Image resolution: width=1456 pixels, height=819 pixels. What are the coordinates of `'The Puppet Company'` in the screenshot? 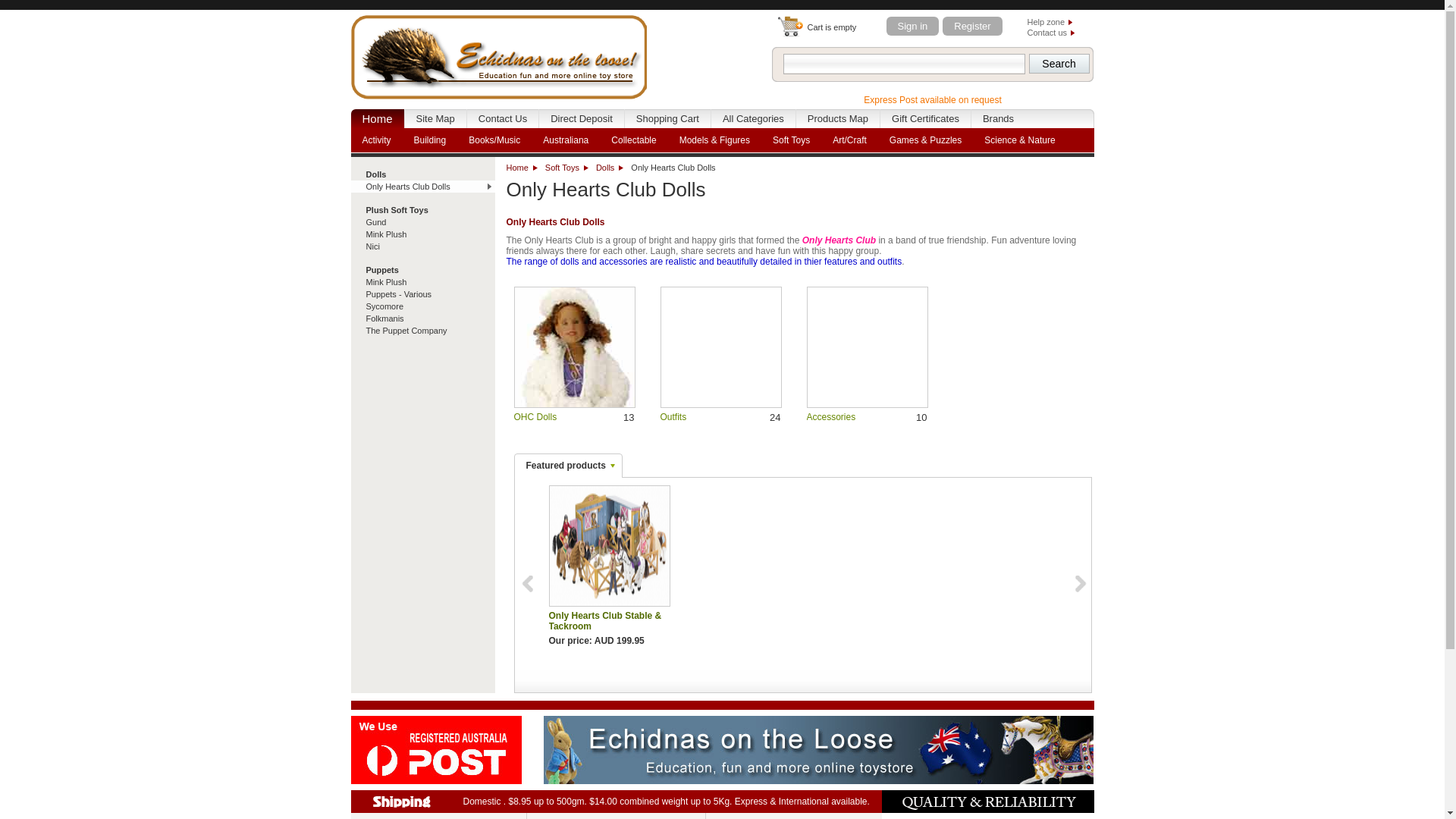 It's located at (422, 329).